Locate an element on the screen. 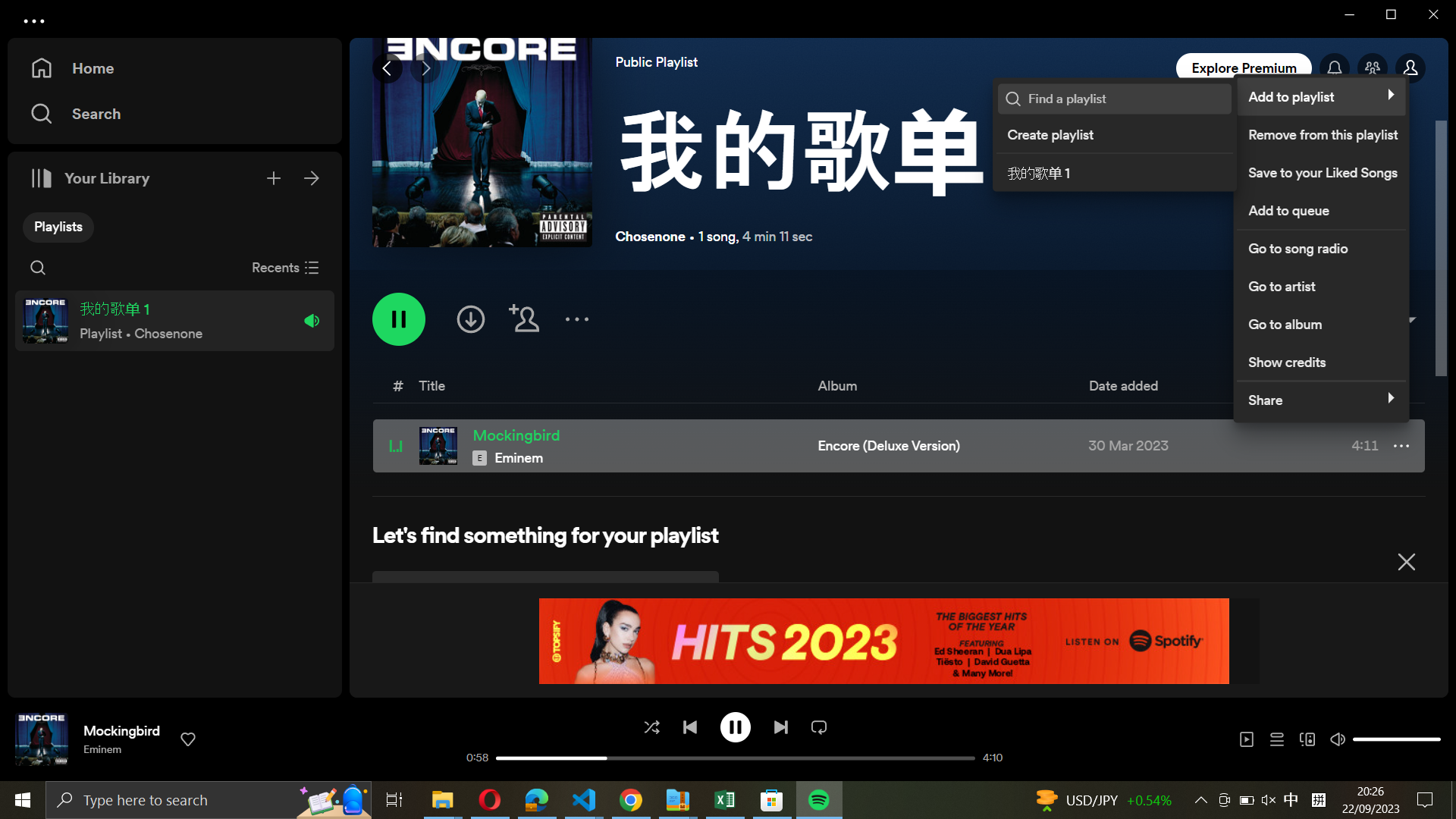 The width and height of the screenshot is (1456, 819). shuffle operation on playlist is located at coordinates (651, 726).